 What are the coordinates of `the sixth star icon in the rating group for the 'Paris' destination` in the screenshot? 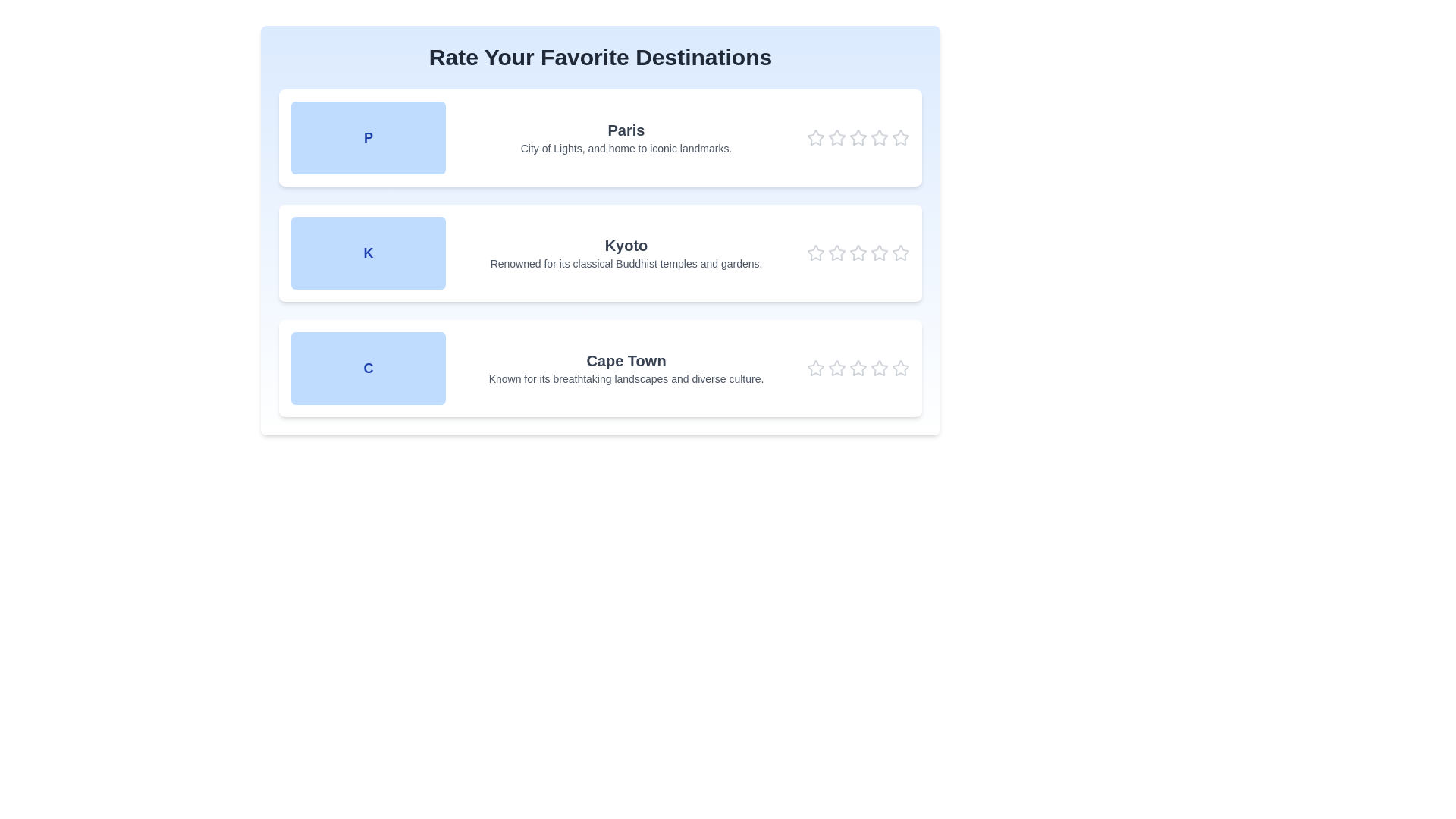 It's located at (880, 137).